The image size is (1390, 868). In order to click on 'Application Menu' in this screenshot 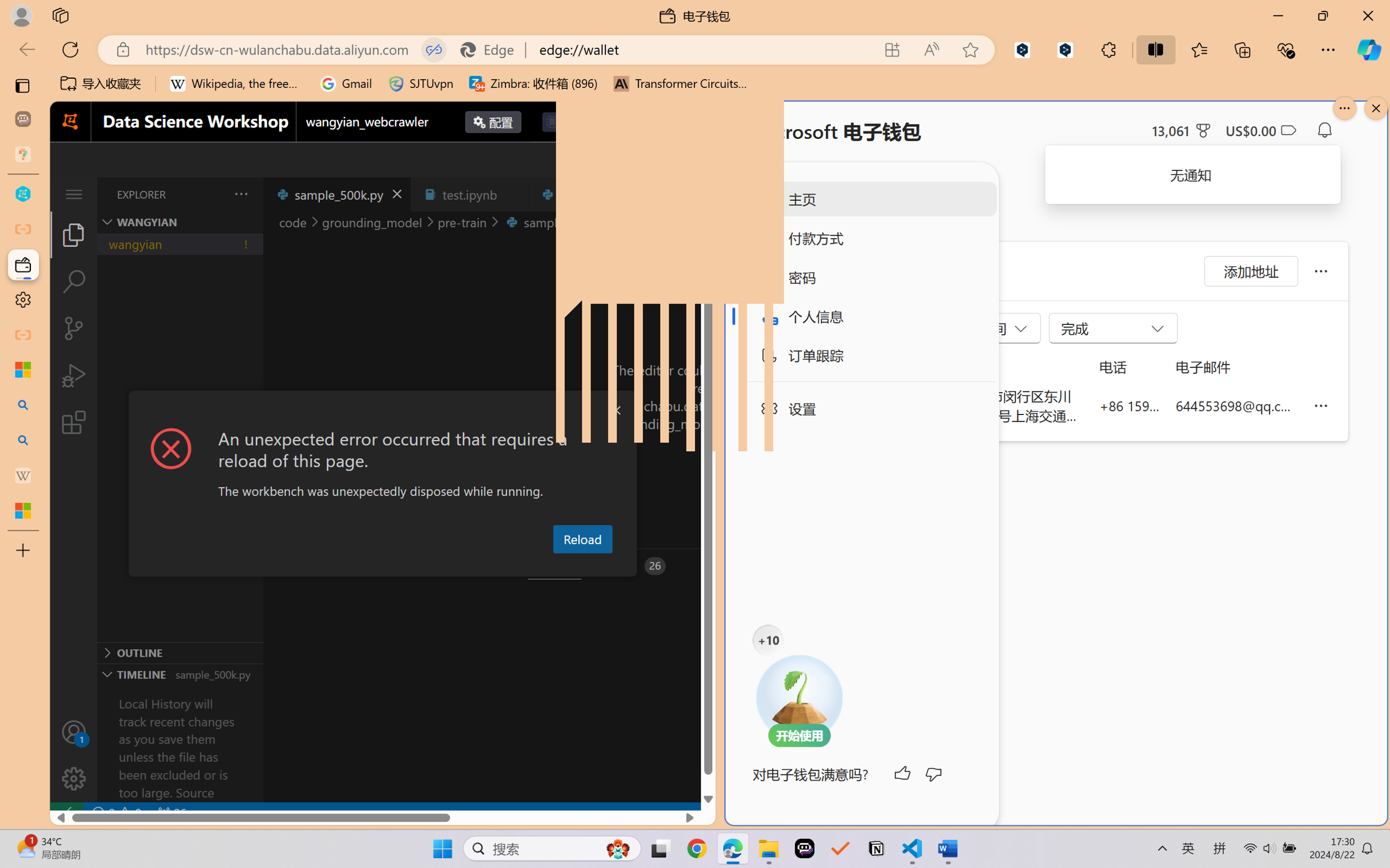, I will do `click(73, 193)`.